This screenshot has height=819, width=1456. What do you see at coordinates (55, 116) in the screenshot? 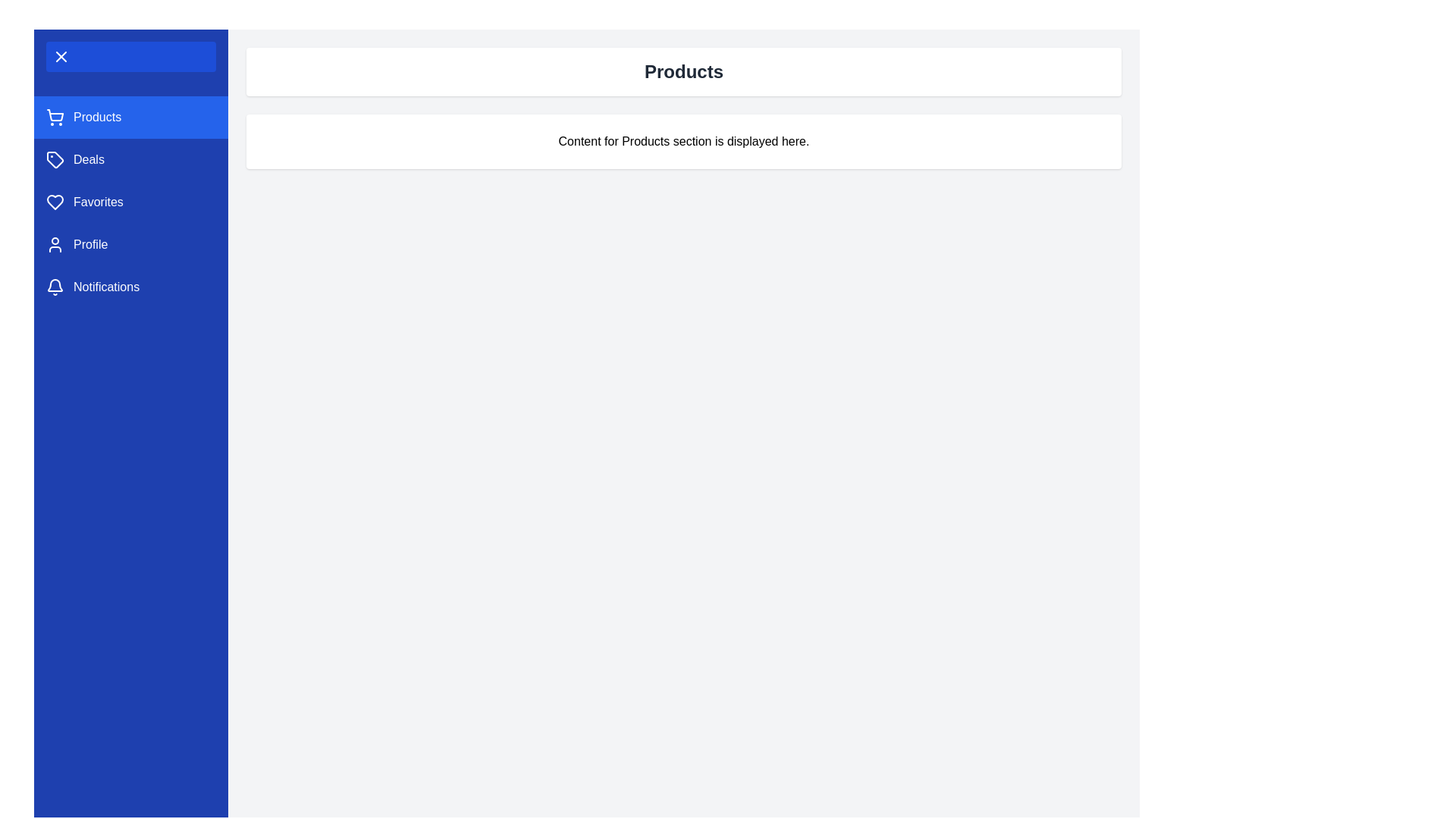
I see `the 'Products' icon in the vertical navigation menu` at bounding box center [55, 116].